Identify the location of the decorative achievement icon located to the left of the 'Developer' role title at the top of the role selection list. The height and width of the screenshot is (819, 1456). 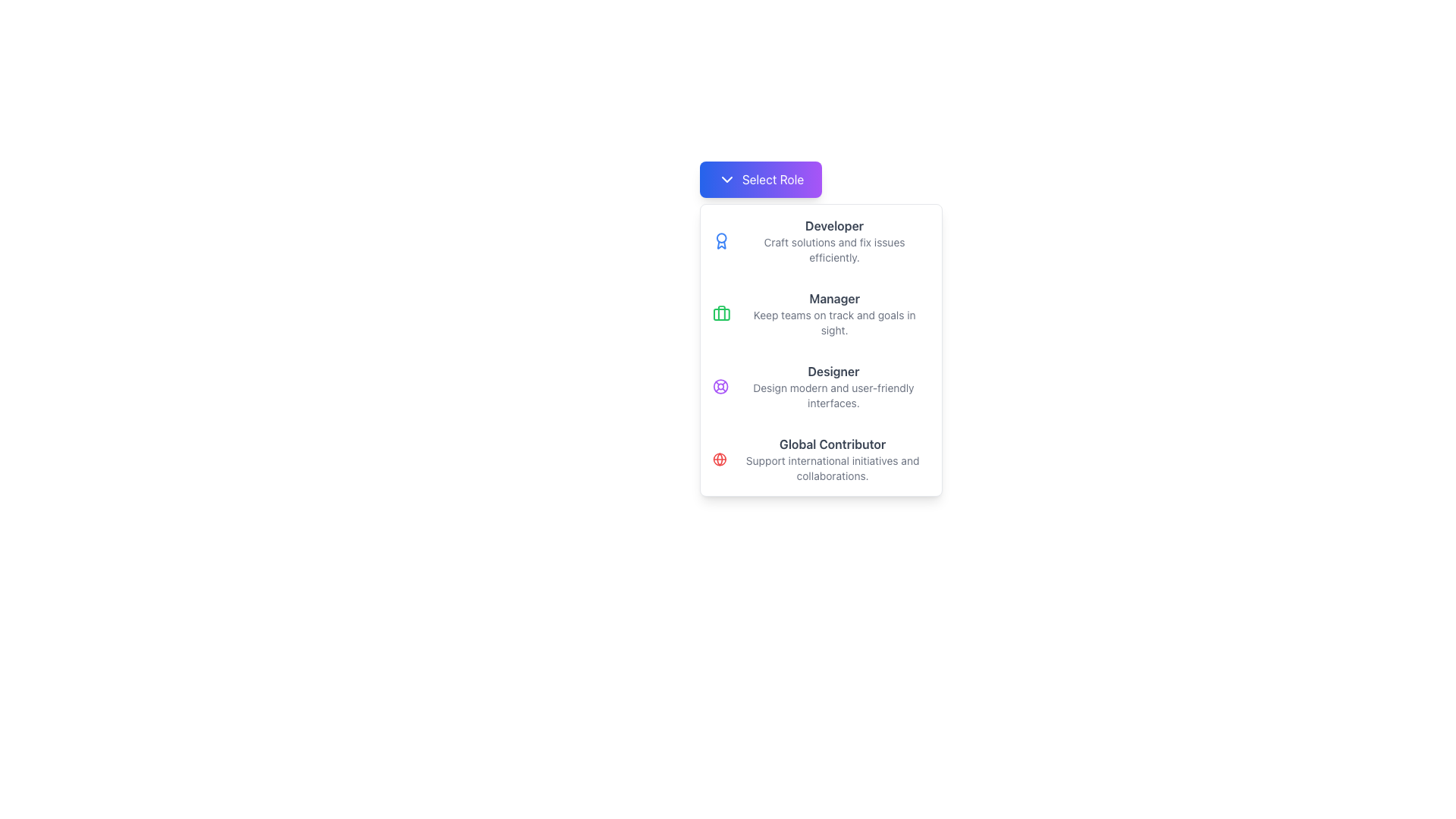
(720, 240).